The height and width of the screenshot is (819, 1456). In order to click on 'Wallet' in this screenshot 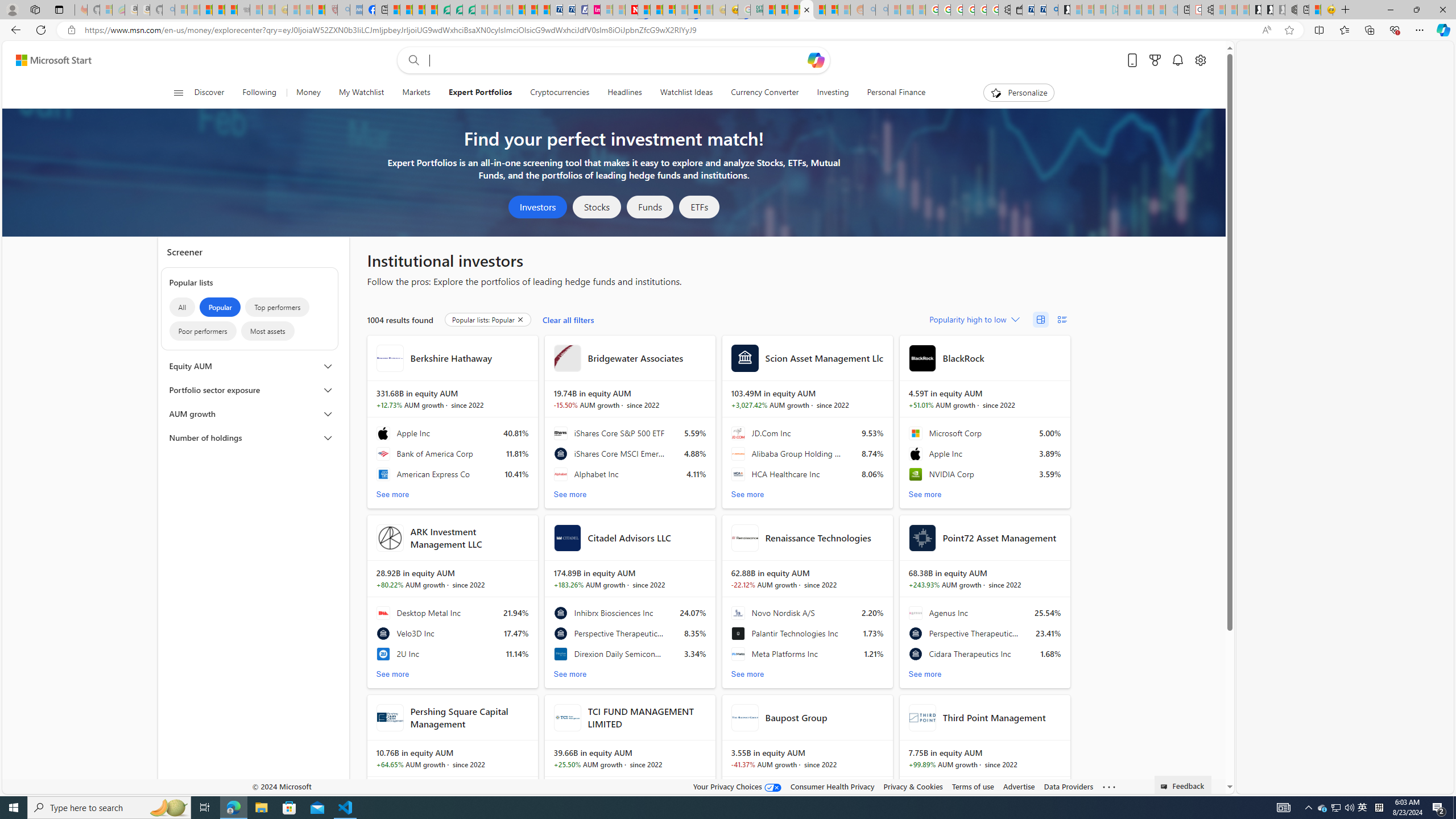, I will do `click(1015, 9)`.